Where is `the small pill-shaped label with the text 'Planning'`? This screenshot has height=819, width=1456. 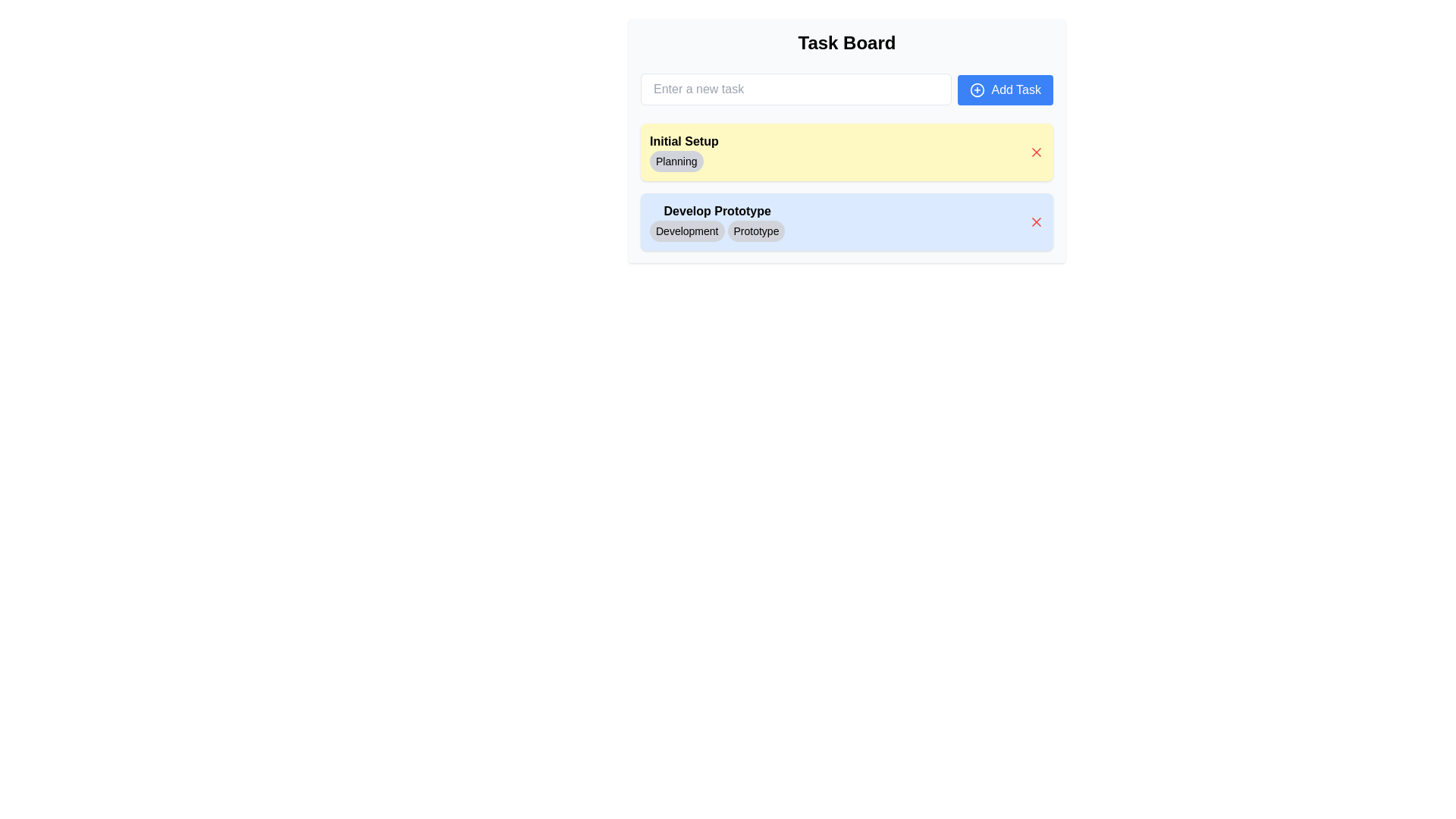
the small pill-shaped label with the text 'Planning' is located at coordinates (683, 161).